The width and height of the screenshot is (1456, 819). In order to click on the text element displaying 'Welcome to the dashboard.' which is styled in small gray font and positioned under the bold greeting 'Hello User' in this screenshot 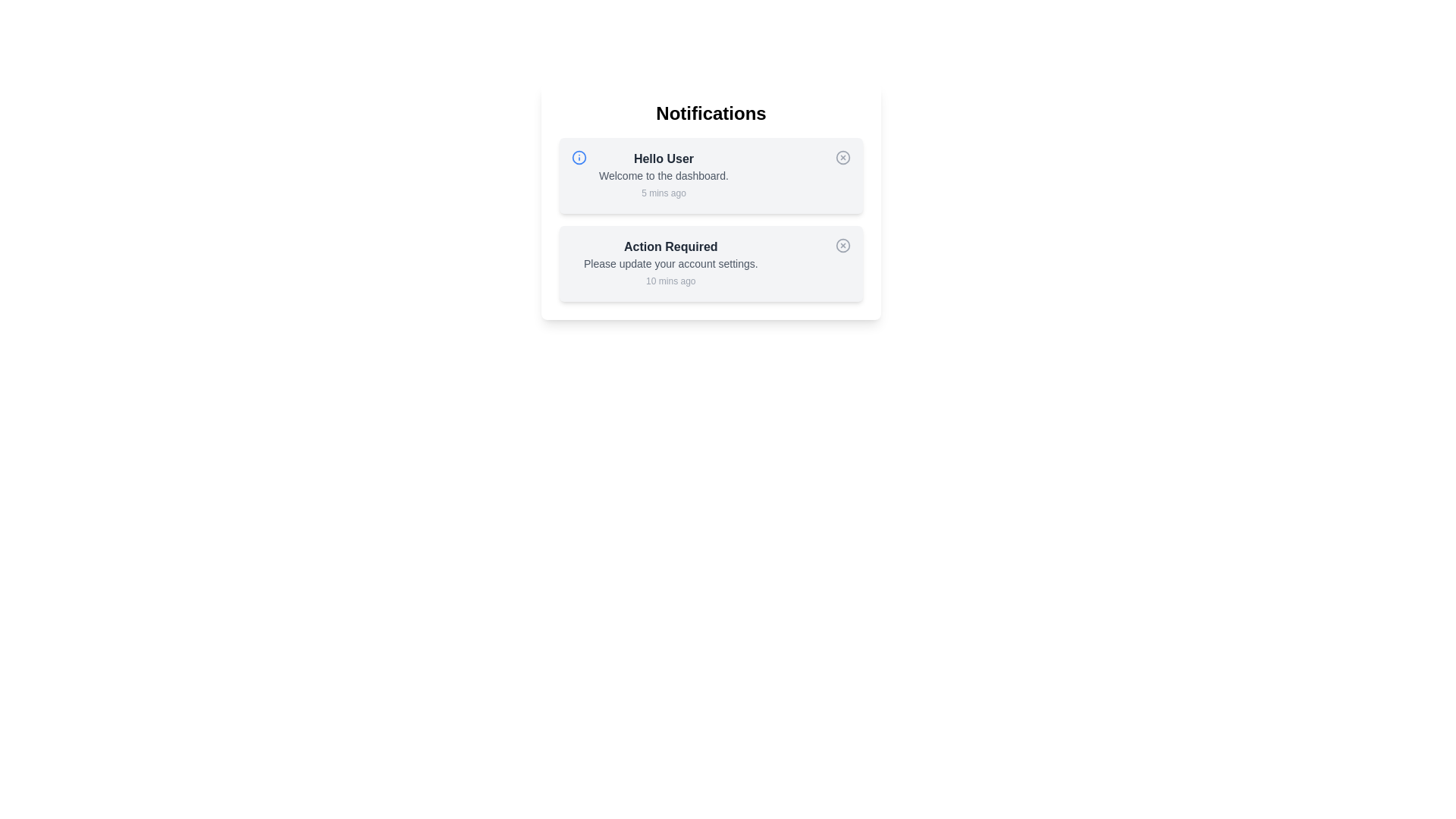, I will do `click(664, 174)`.